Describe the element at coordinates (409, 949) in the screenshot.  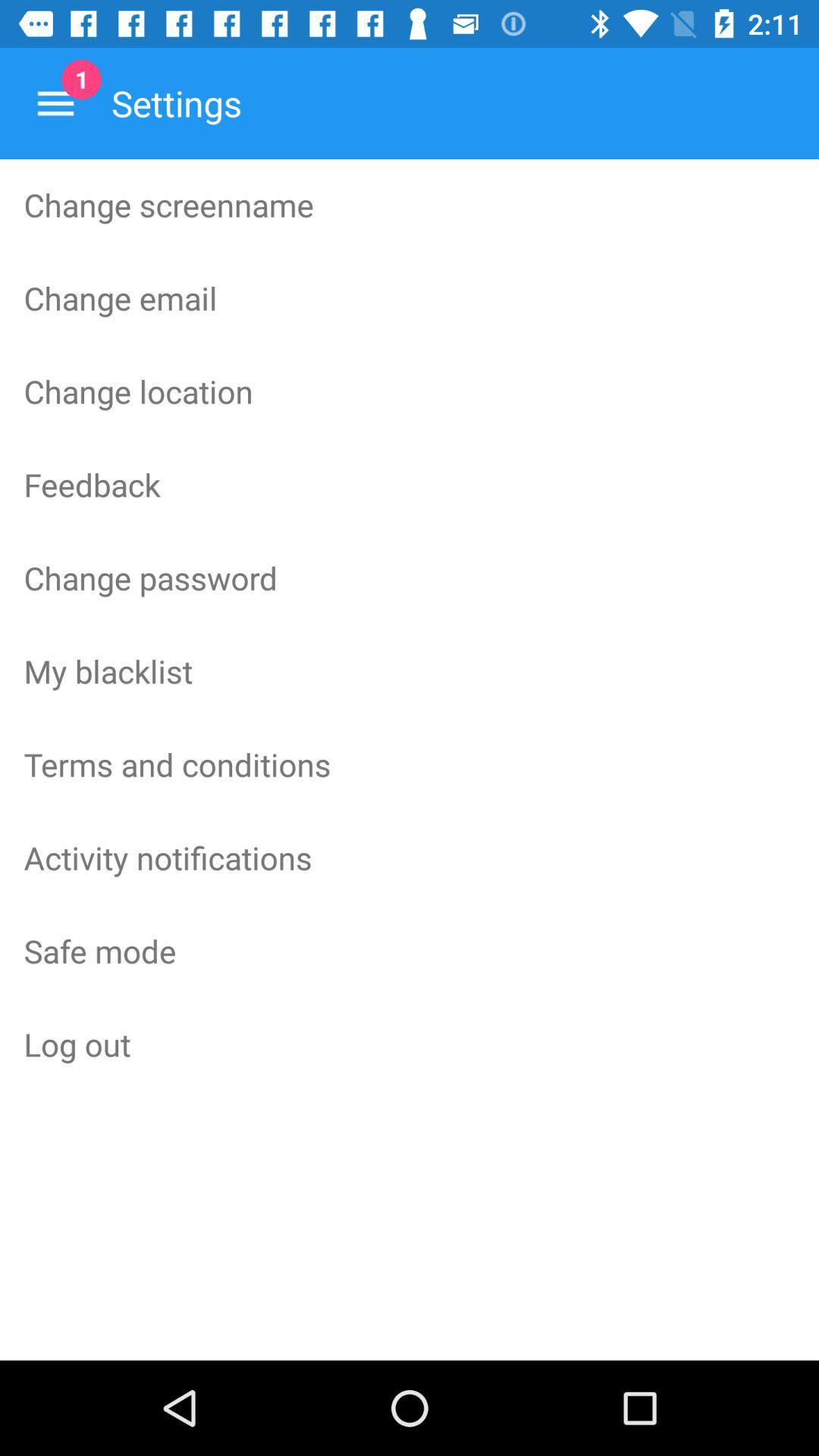
I see `safe mode item` at that location.